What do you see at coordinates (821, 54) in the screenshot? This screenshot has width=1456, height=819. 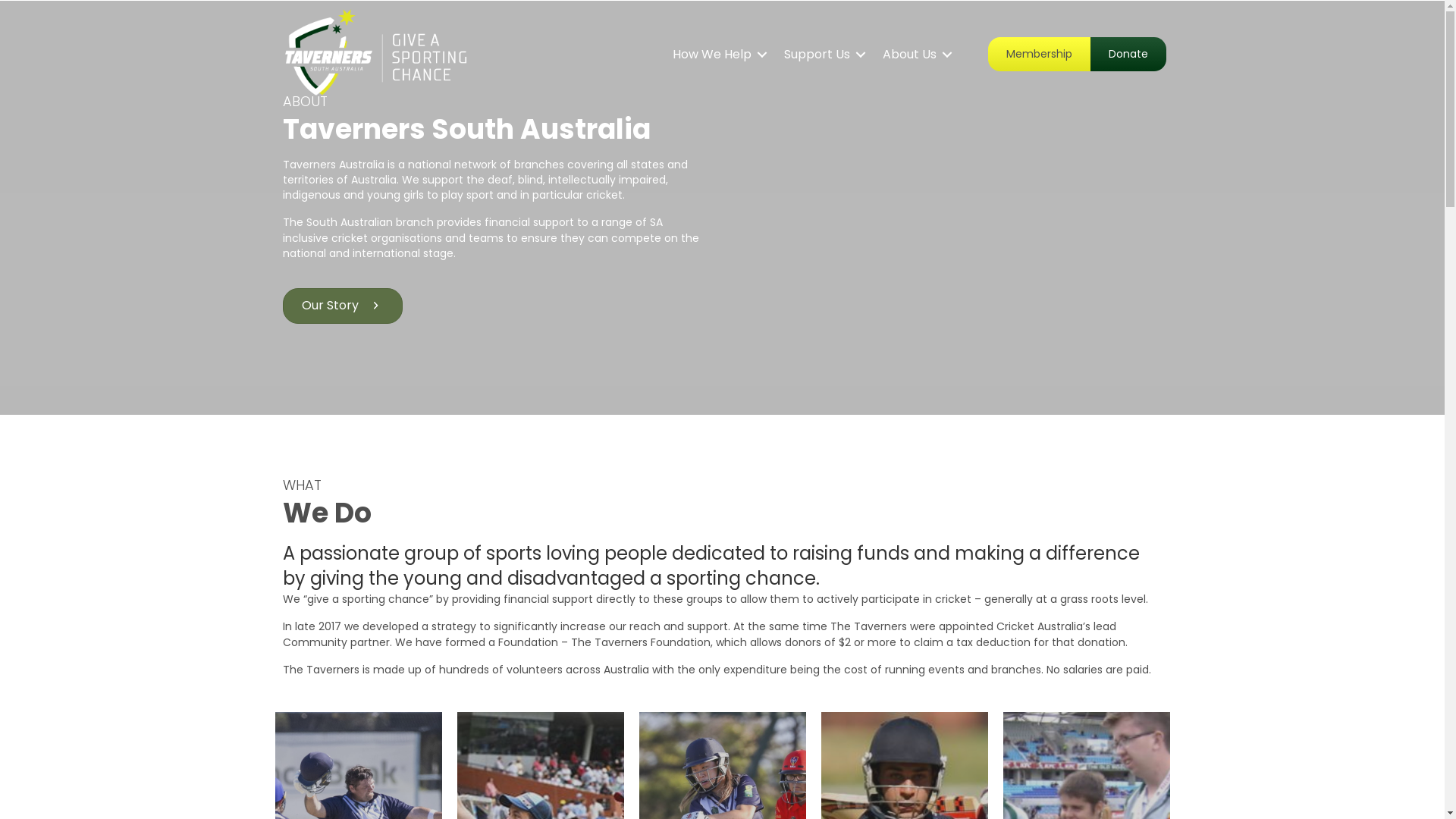 I see `'Support Us'` at bounding box center [821, 54].